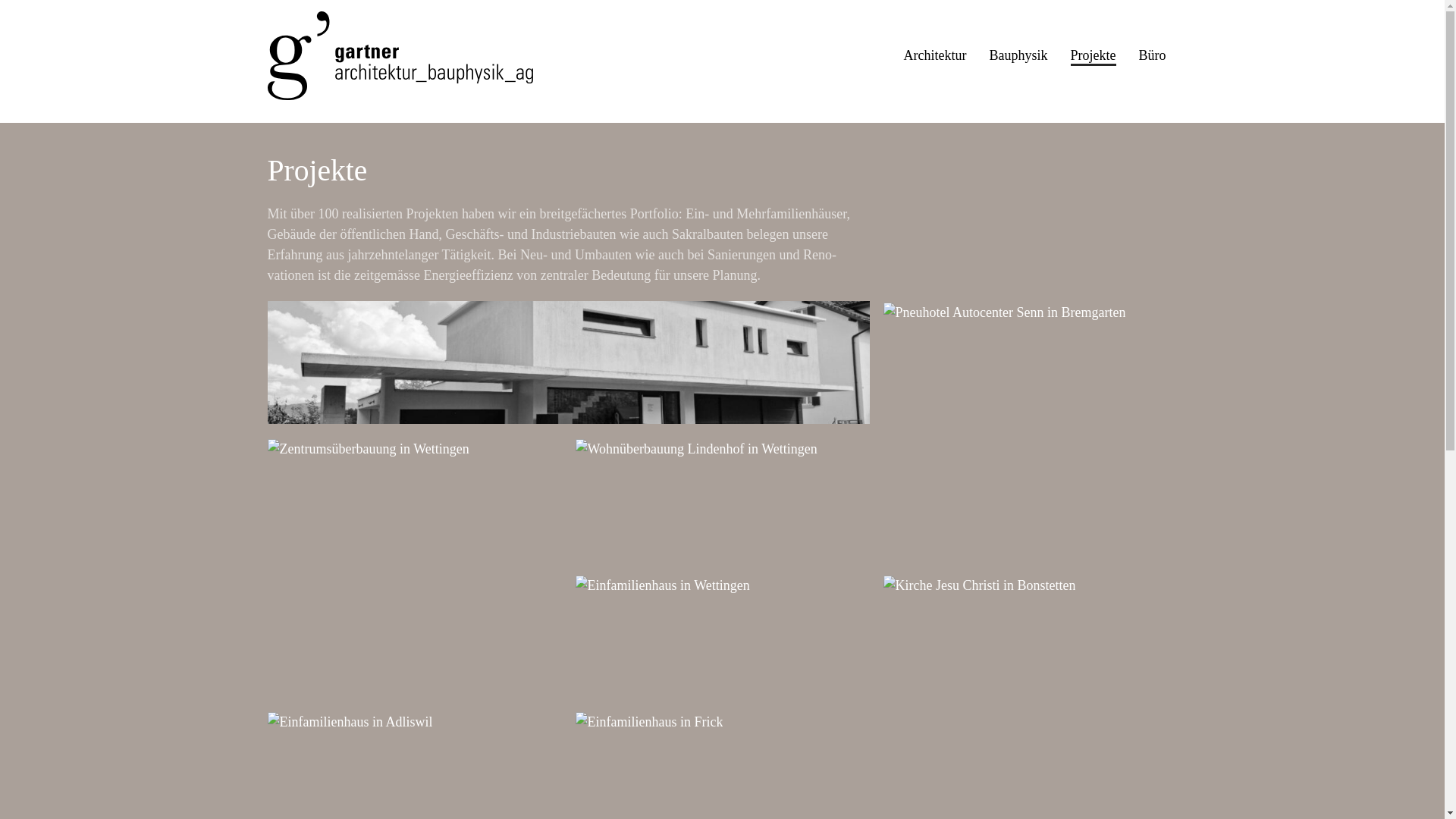 This screenshot has width=1456, height=819. I want to click on 'Projekte', so click(1092, 55).